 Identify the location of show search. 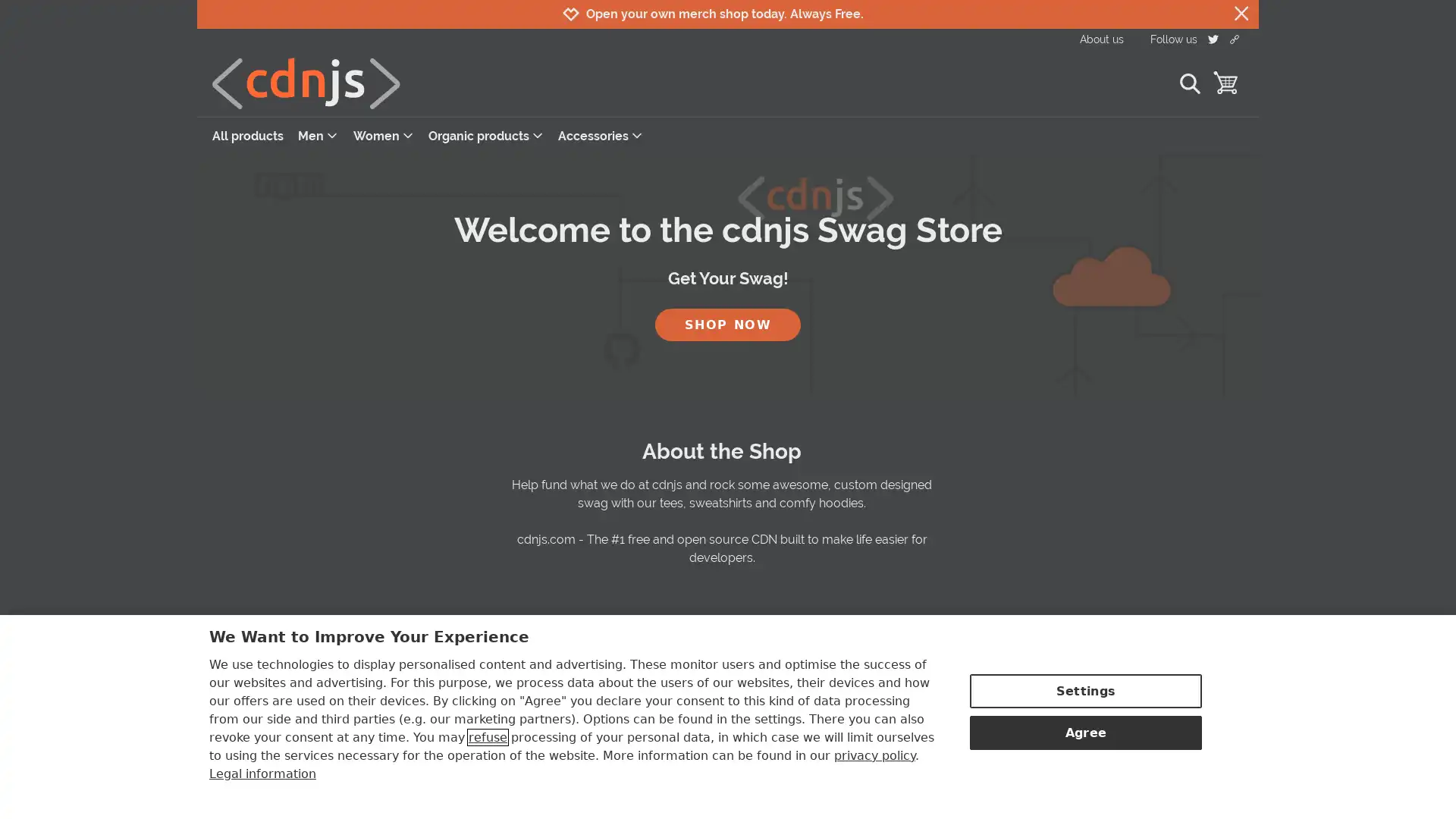
(1188, 83).